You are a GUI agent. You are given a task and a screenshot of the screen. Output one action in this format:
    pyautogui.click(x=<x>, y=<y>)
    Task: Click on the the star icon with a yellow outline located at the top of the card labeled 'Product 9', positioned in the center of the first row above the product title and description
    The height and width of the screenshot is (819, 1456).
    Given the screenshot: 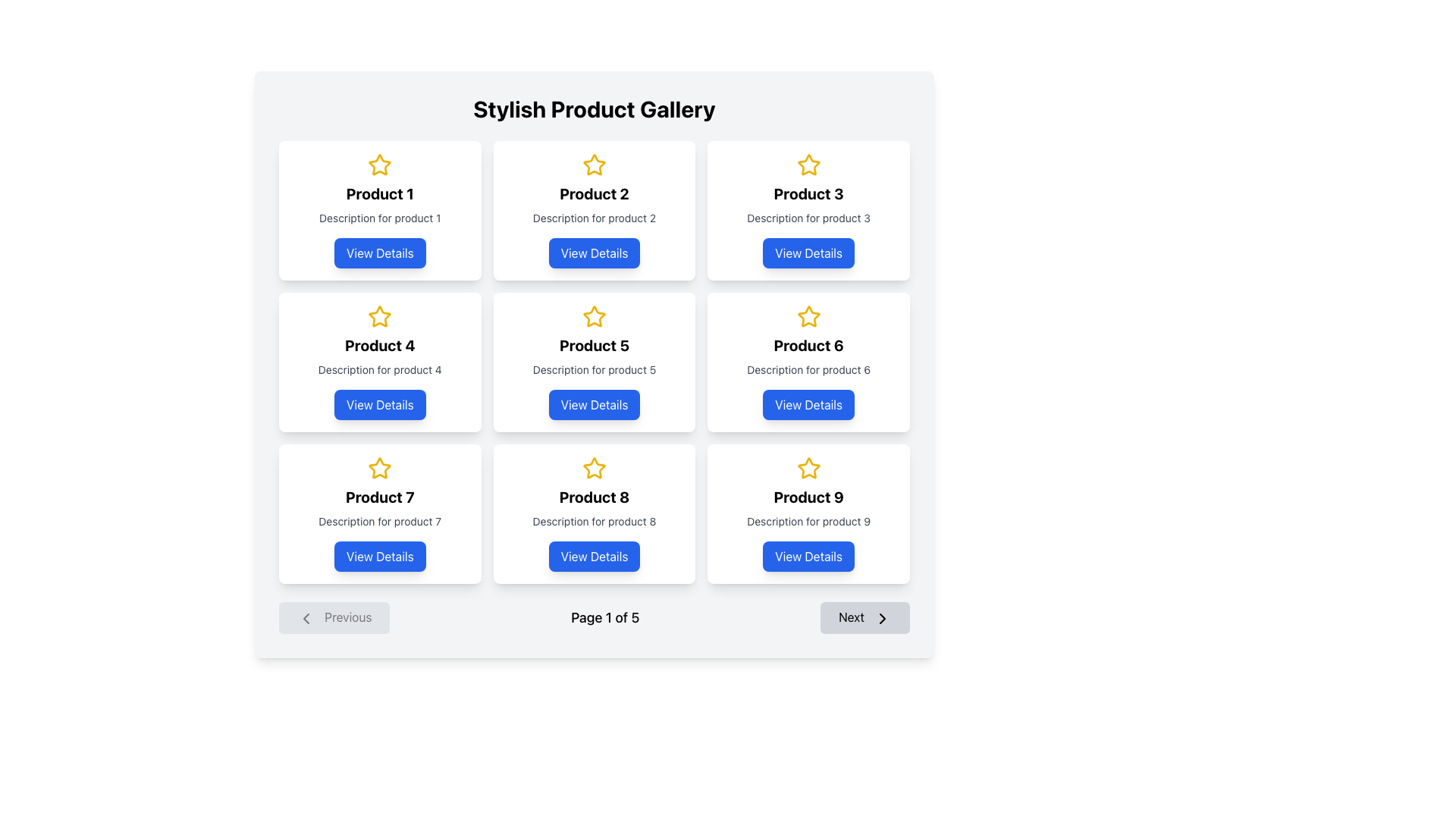 What is the action you would take?
    pyautogui.click(x=808, y=467)
    